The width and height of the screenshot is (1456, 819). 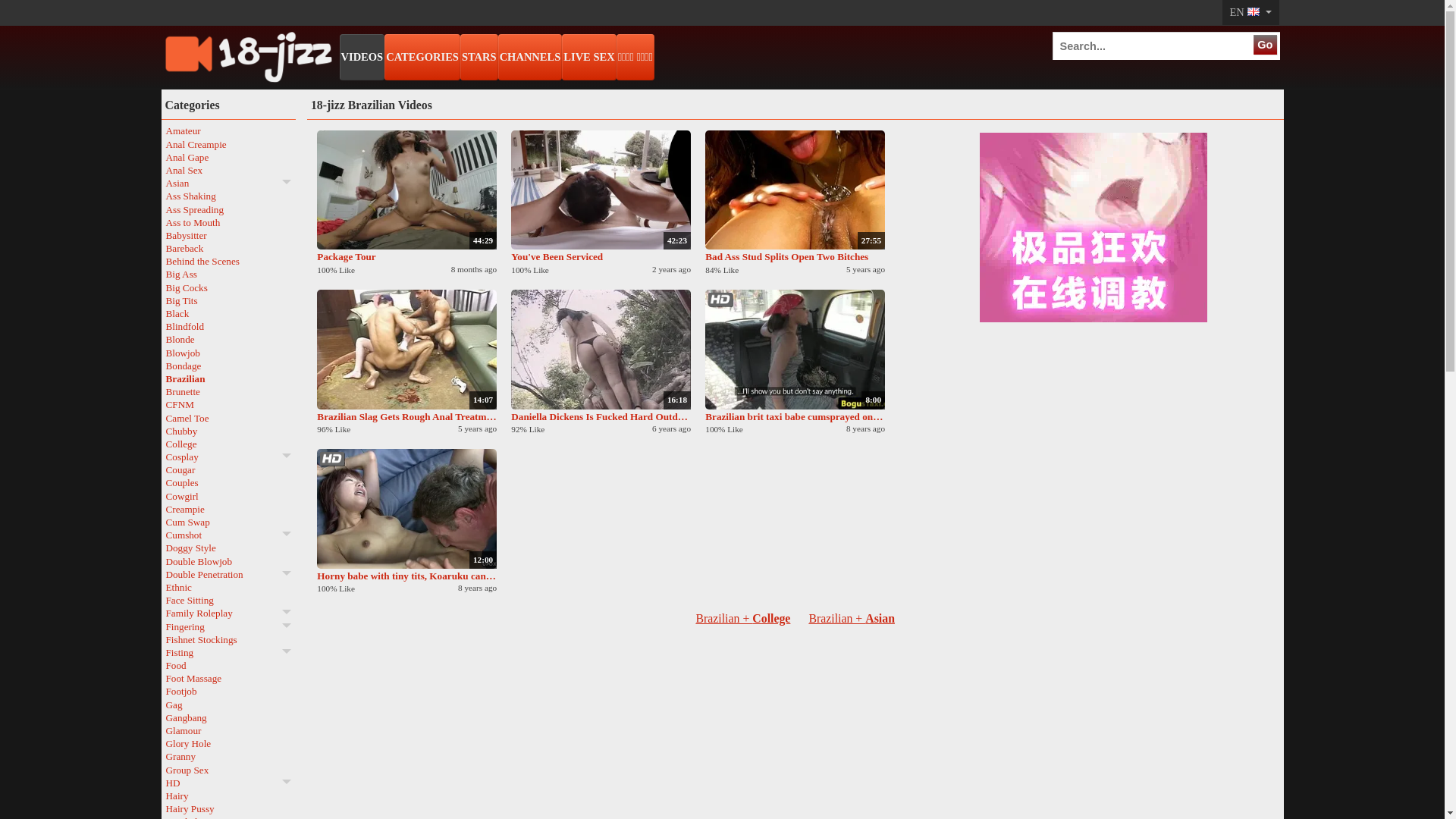 I want to click on 'Bad Ass Stud Splits Open Two Bitches', so click(x=794, y=256).